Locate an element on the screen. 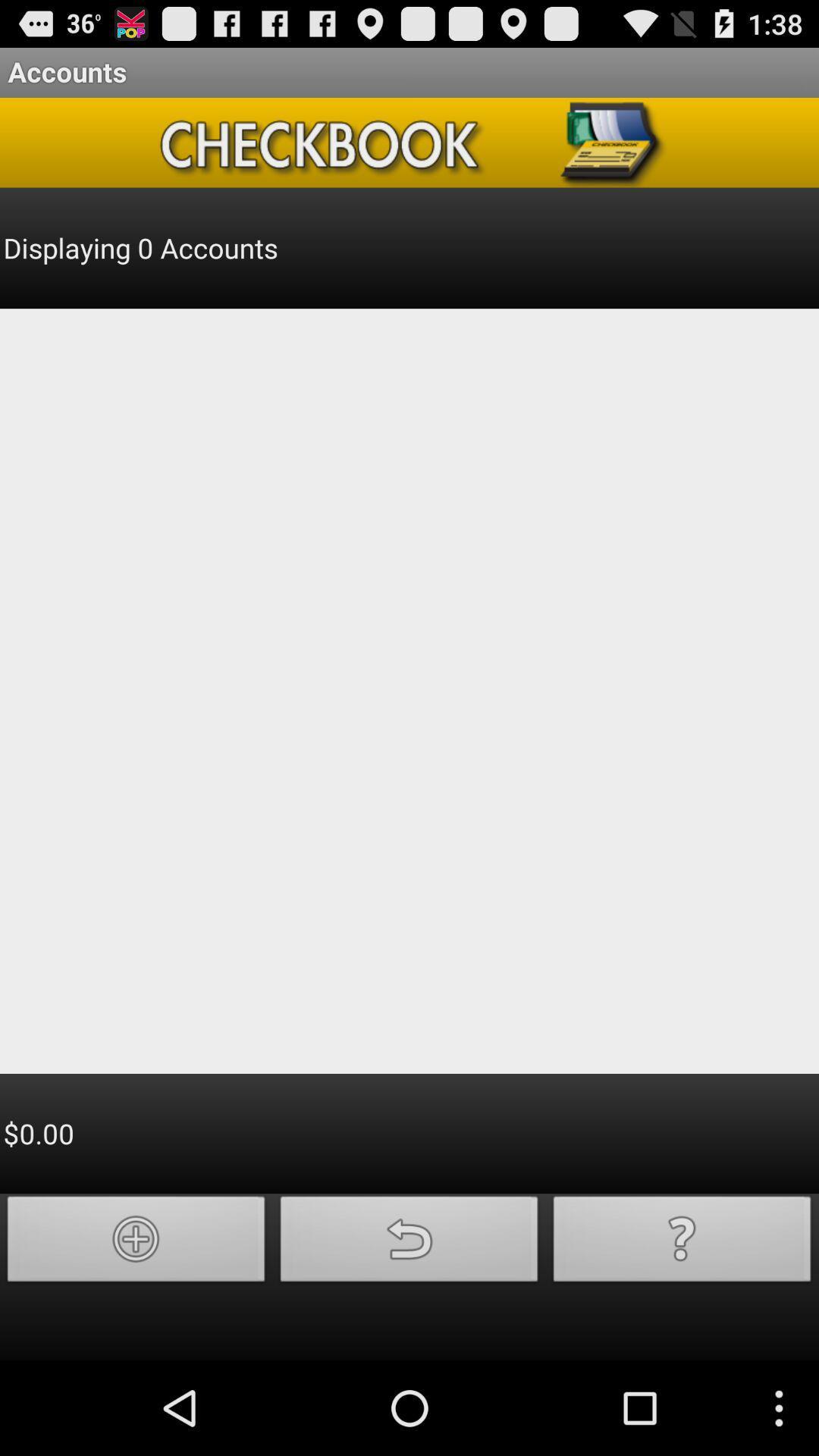 This screenshot has height=1456, width=819. new item is located at coordinates (136, 1243).